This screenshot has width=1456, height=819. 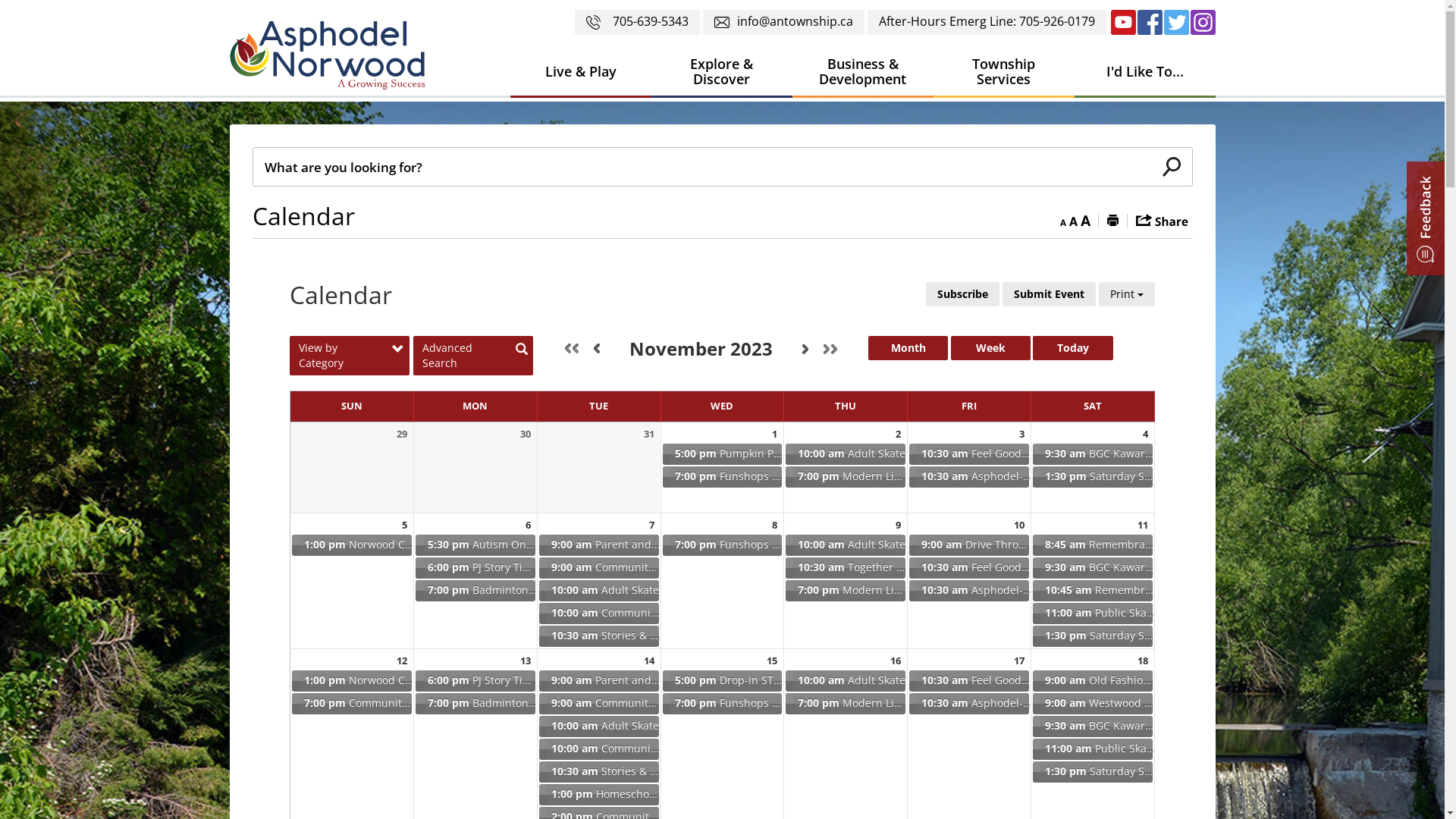 What do you see at coordinates (598, 636) in the screenshot?
I see `'10:30 am Stories & More with Ms. Trish'` at bounding box center [598, 636].